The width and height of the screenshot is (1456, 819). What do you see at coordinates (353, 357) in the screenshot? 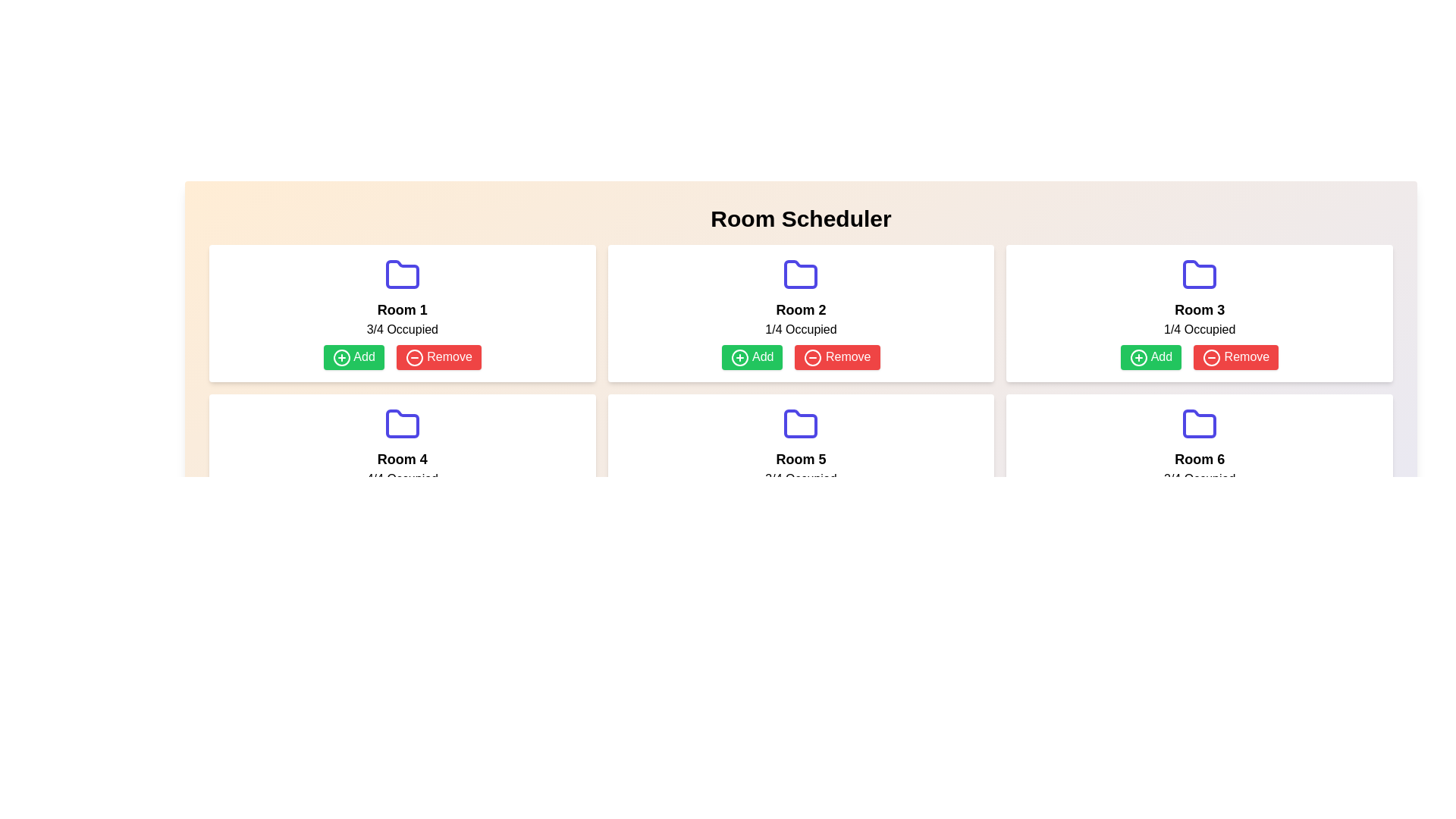
I see `'Add' button for Room 1 to increase its occupancy` at bounding box center [353, 357].